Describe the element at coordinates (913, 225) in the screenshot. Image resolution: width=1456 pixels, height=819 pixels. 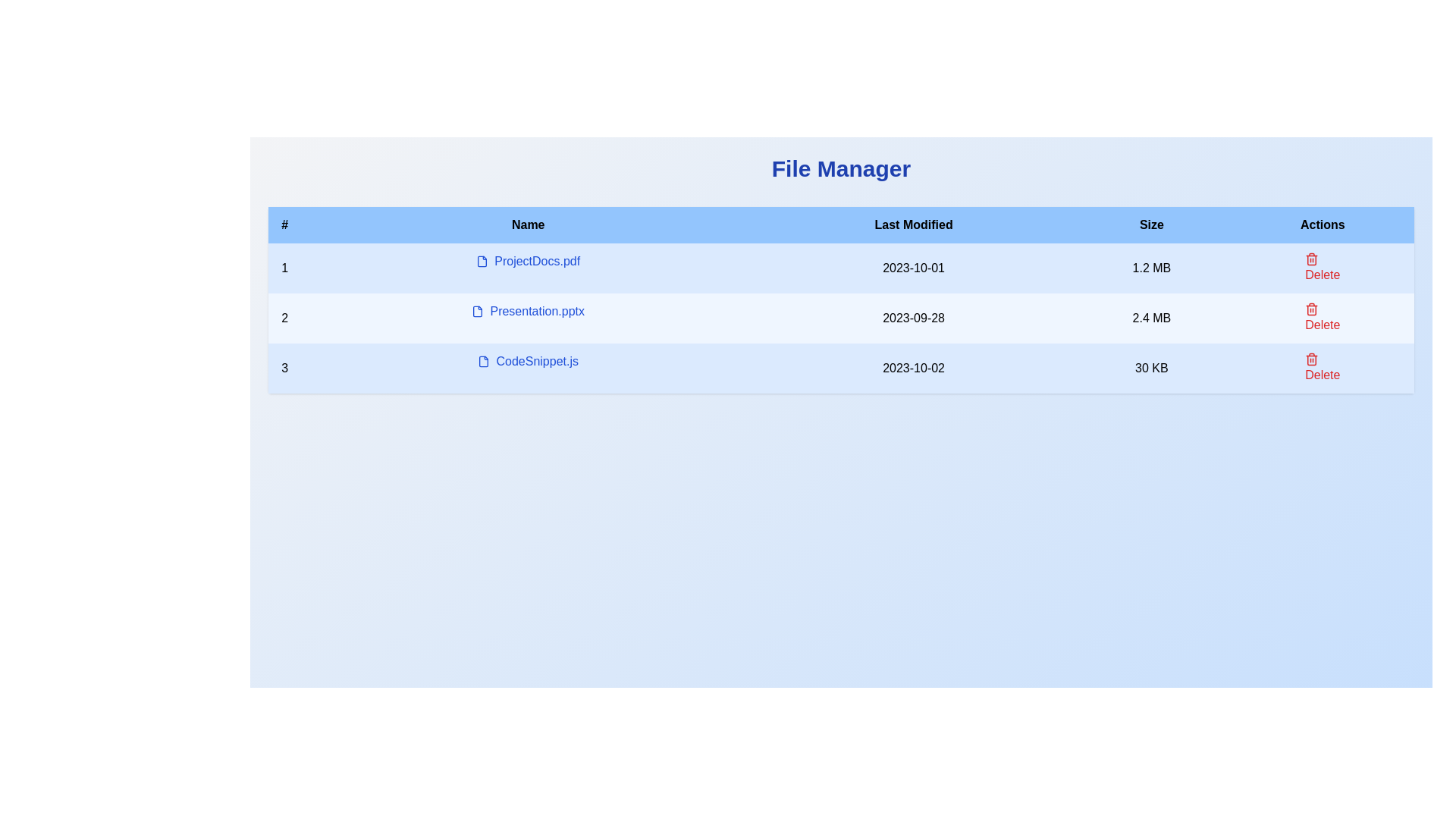
I see `the 'Last Modified' text label` at that location.